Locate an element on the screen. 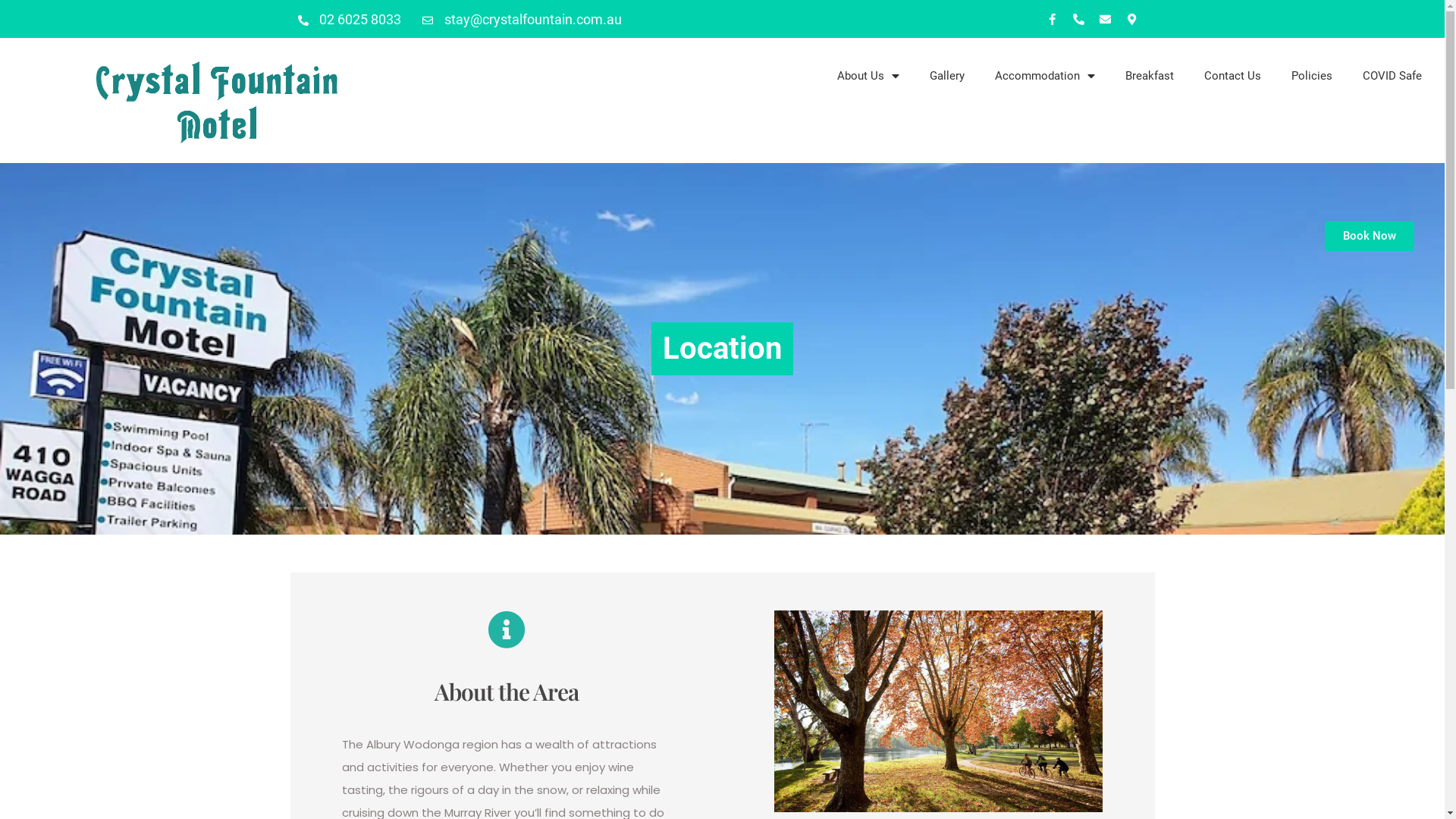 The width and height of the screenshot is (1456, 819). 'Contact Us' is located at coordinates (1188, 76).